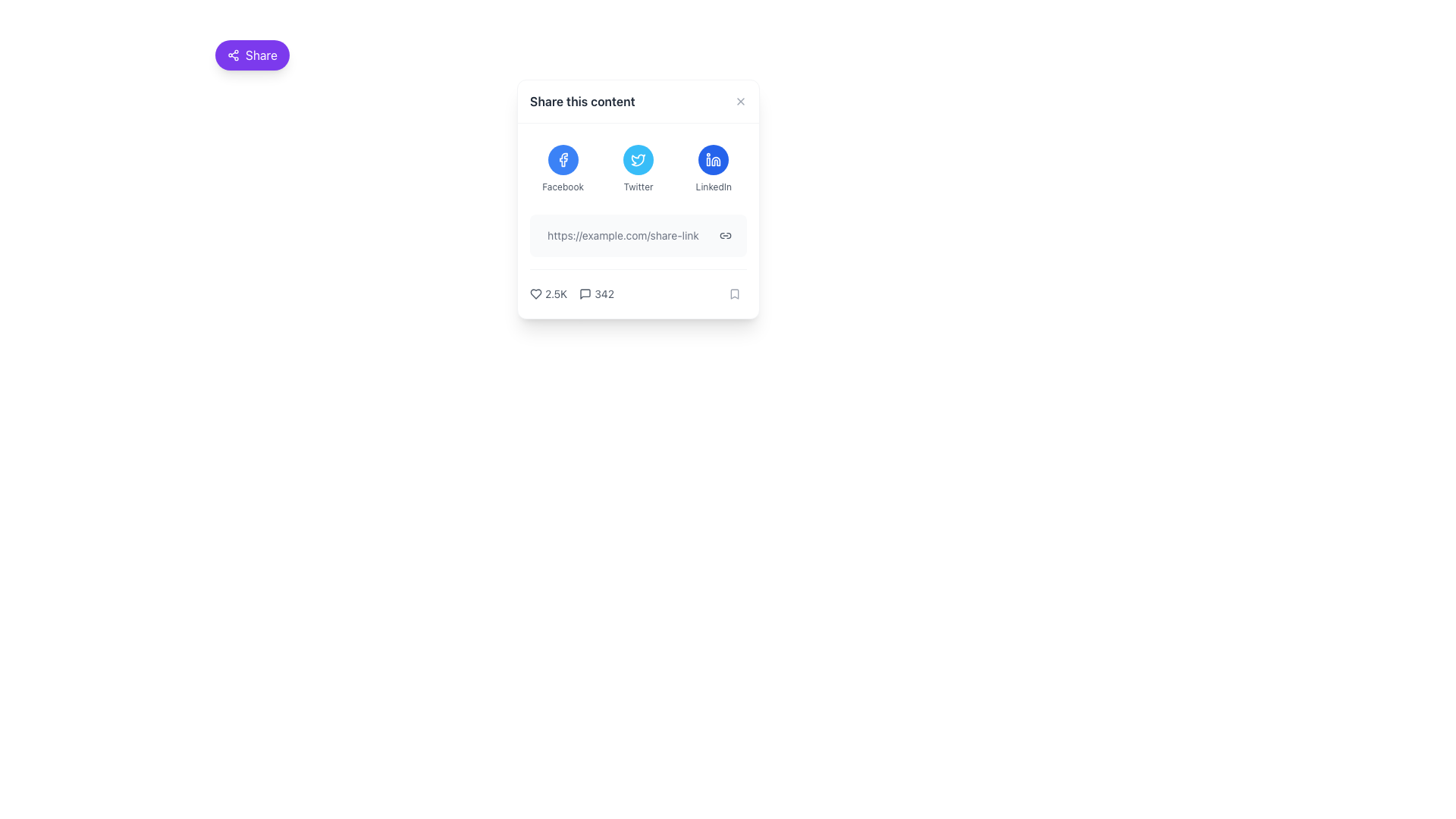 Image resolution: width=1456 pixels, height=819 pixels. I want to click on the Twitter quick-share icon, so click(638, 160).